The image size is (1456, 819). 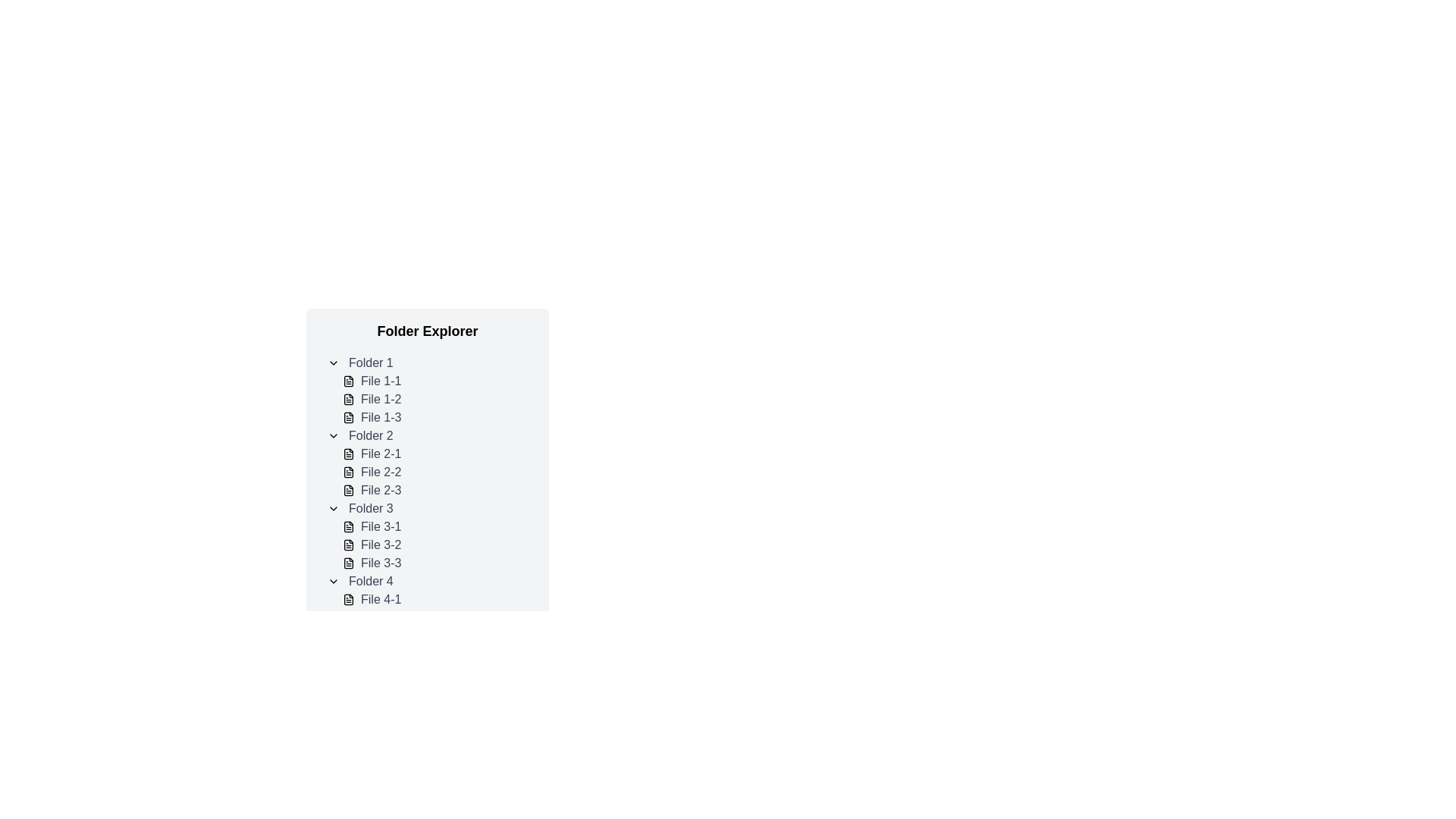 I want to click on the File icon for 'File 4-1' located under 'Folder 4', so click(x=348, y=598).